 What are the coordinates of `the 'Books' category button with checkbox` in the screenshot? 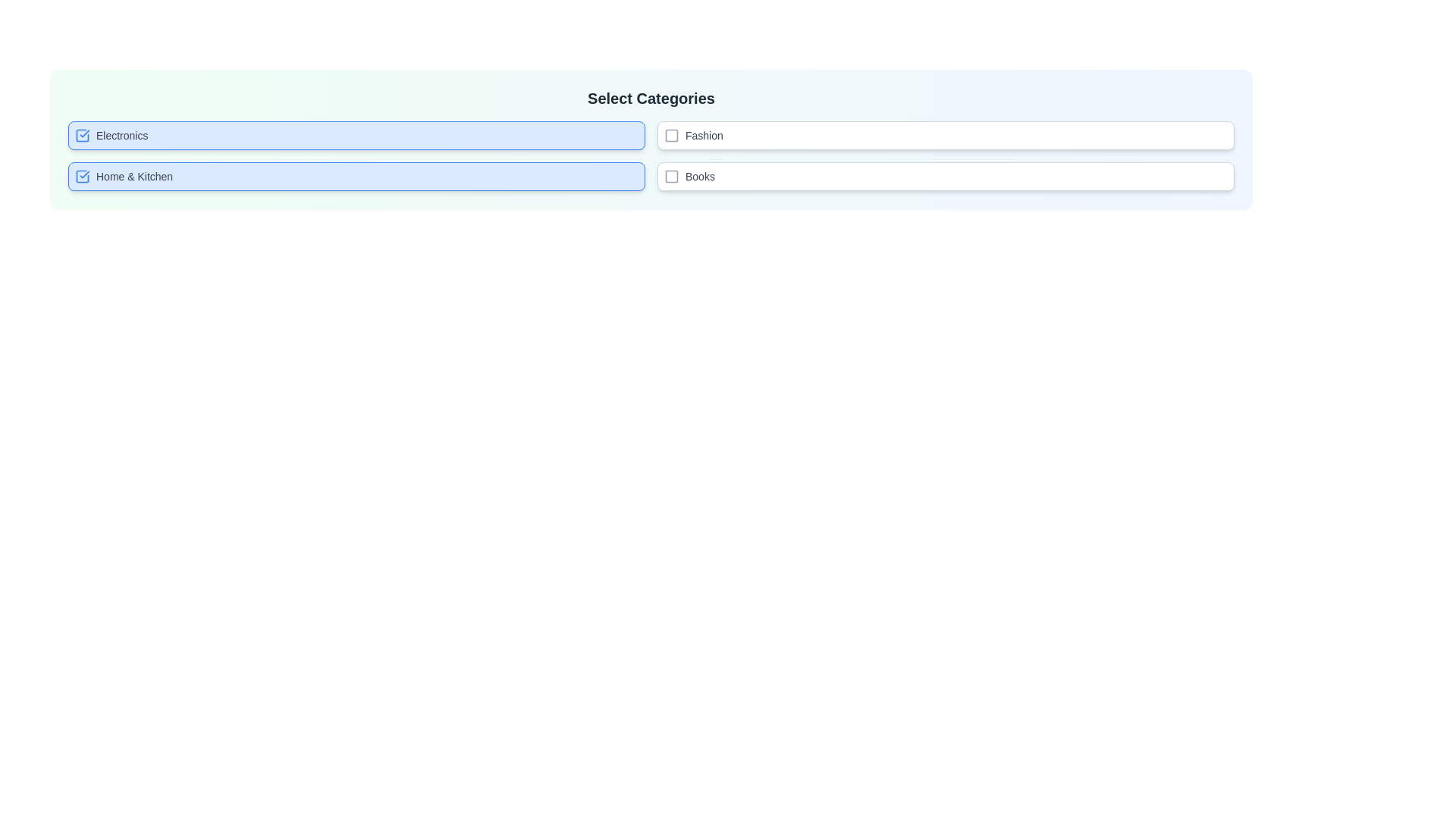 It's located at (945, 175).